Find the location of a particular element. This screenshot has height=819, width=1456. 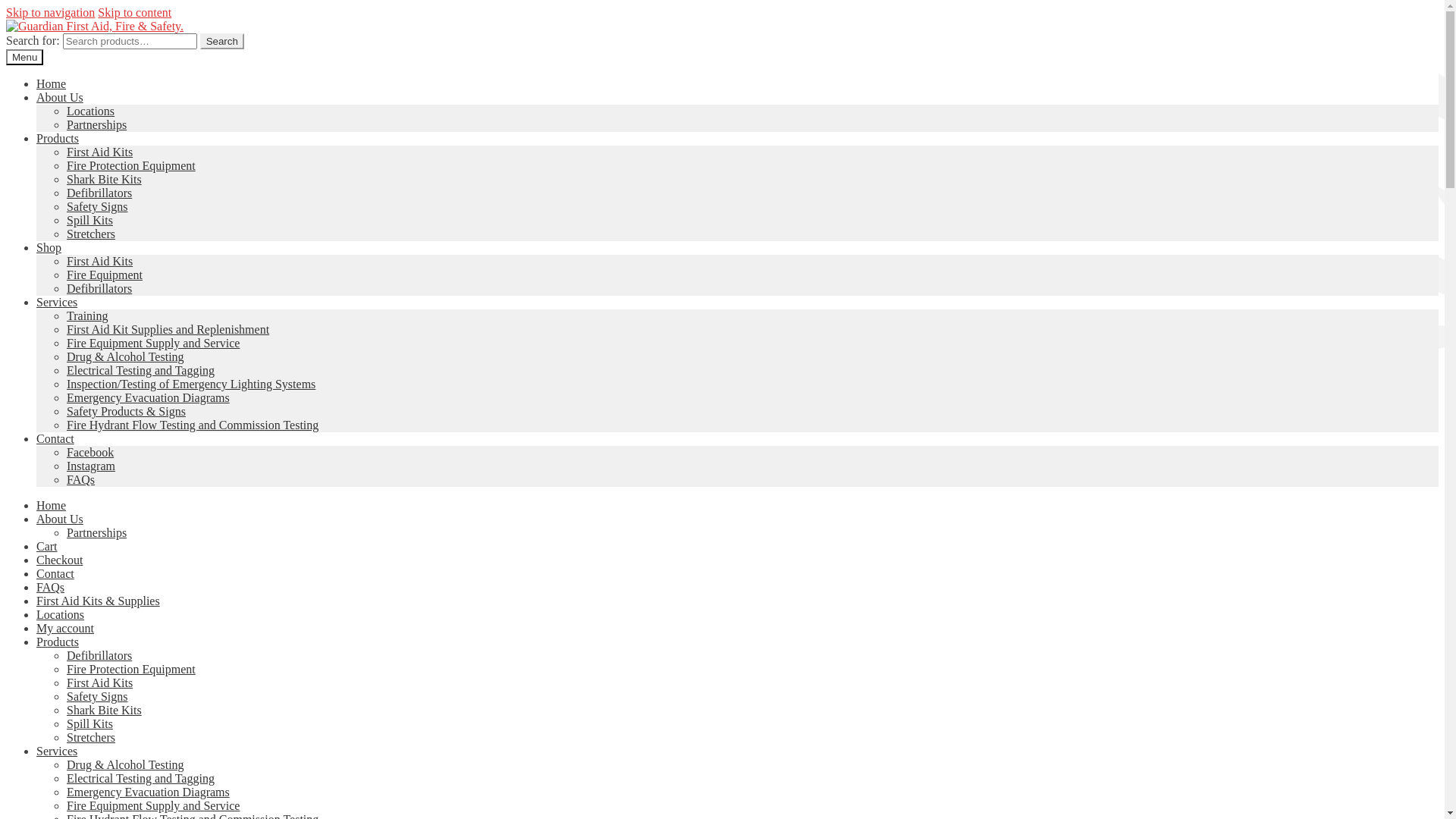

'Locations' is located at coordinates (89, 110).